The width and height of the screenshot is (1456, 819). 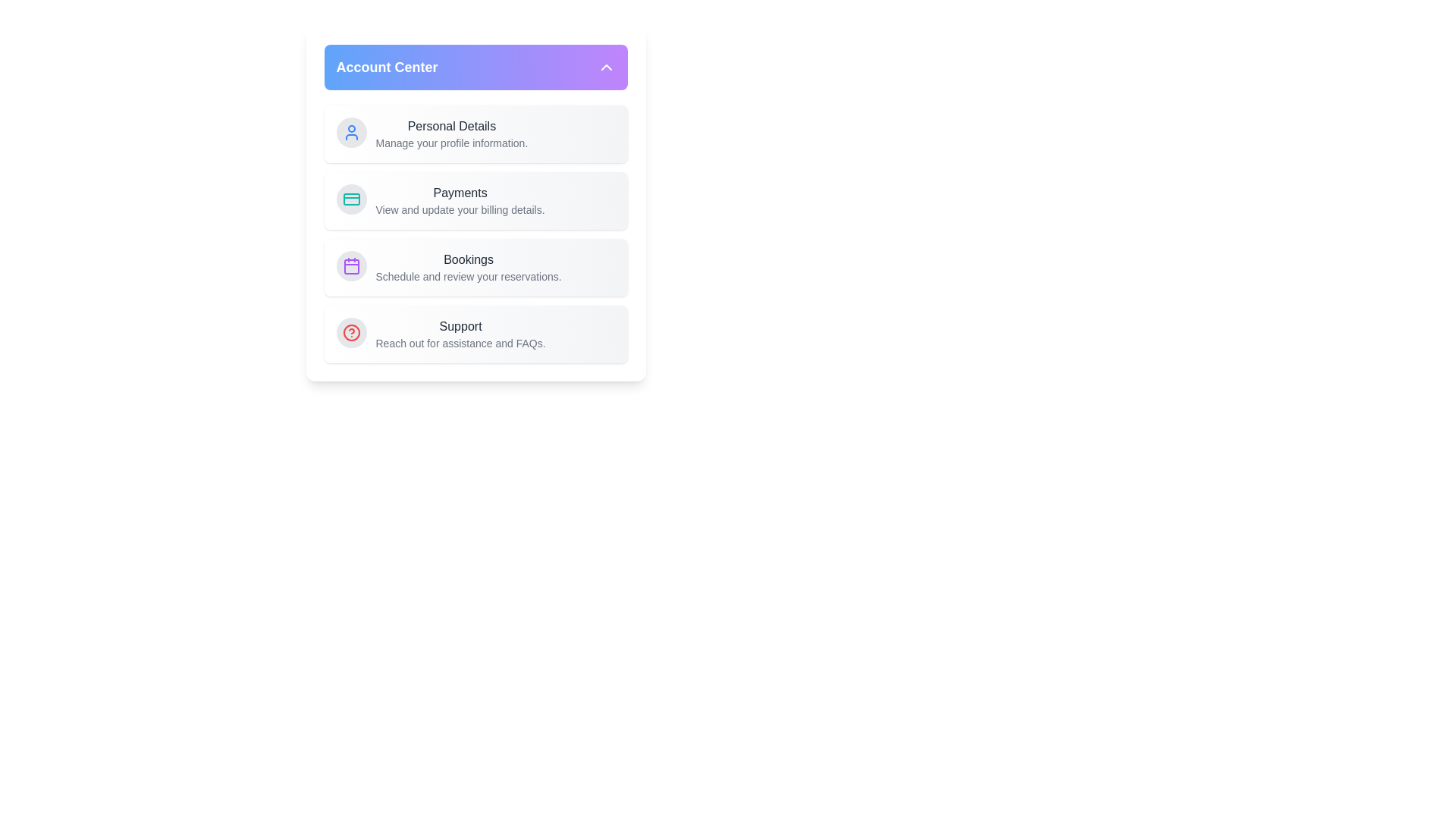 I want to click on the 'Support' menu item, so click(x=459, y=333).